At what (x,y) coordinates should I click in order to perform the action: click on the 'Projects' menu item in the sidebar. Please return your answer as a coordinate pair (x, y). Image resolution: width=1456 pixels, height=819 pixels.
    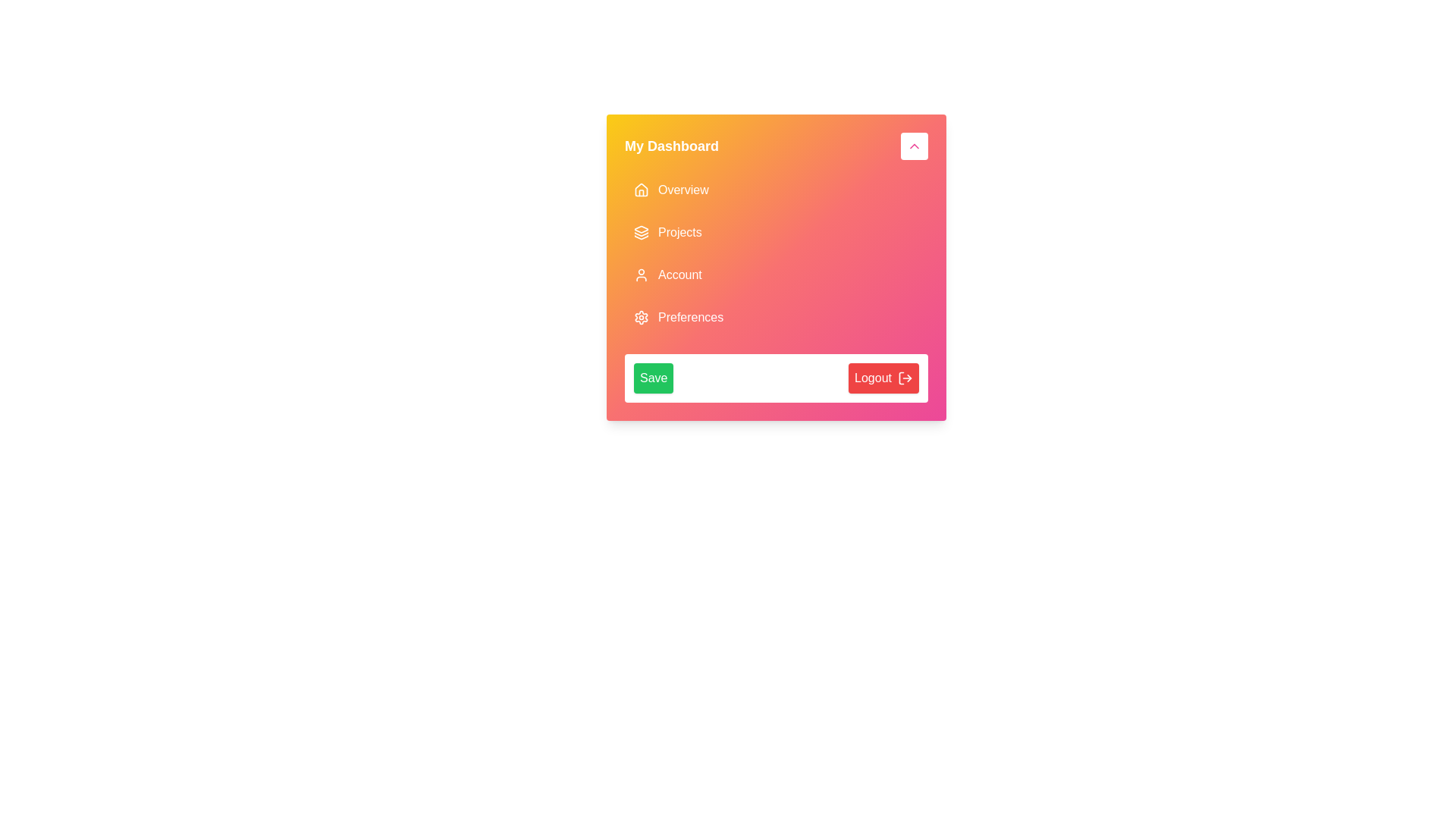
    Looking at the image, I should click on (776, 233).